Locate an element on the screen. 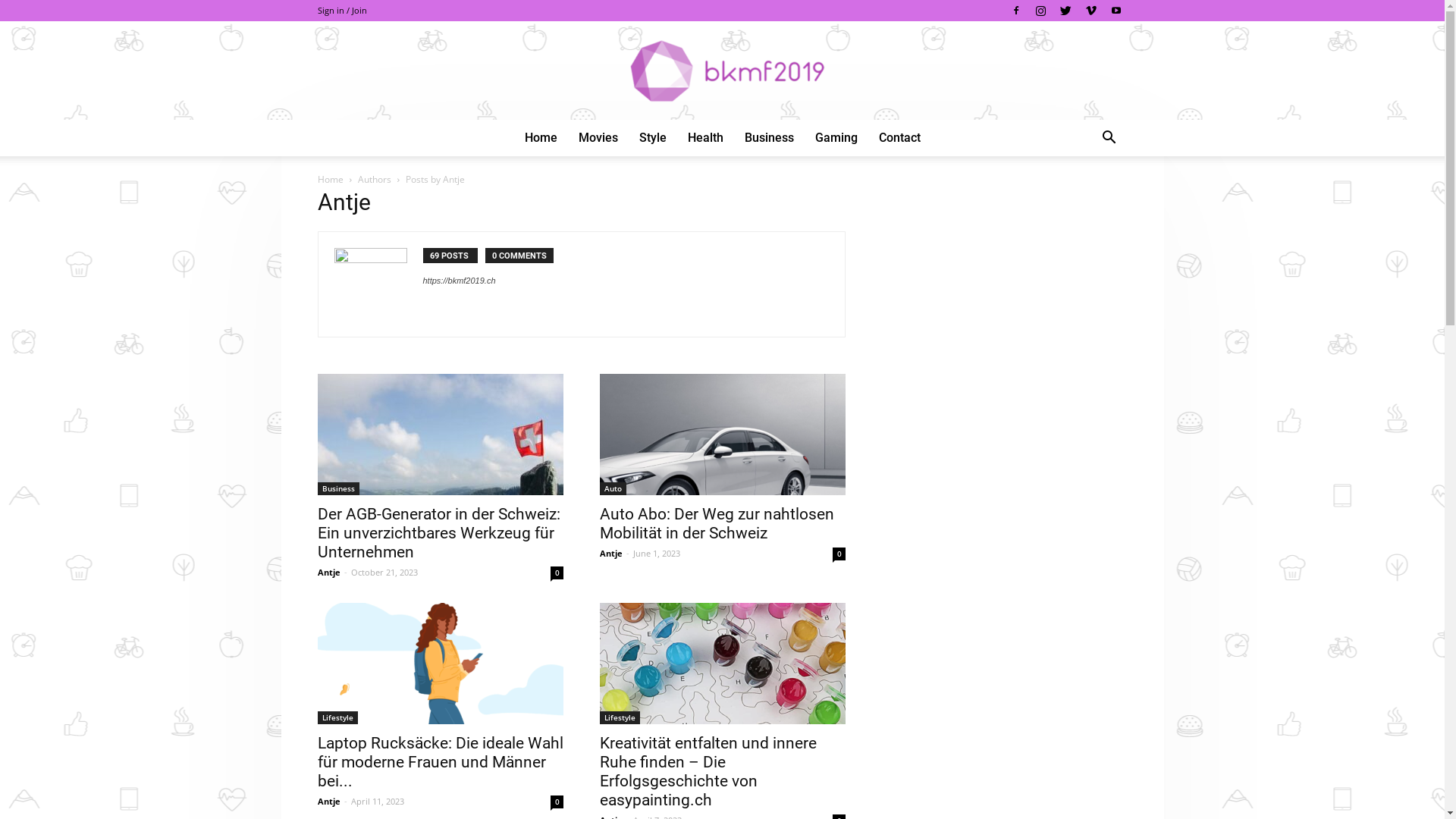  'Style' is located at coordinates (651, 137).